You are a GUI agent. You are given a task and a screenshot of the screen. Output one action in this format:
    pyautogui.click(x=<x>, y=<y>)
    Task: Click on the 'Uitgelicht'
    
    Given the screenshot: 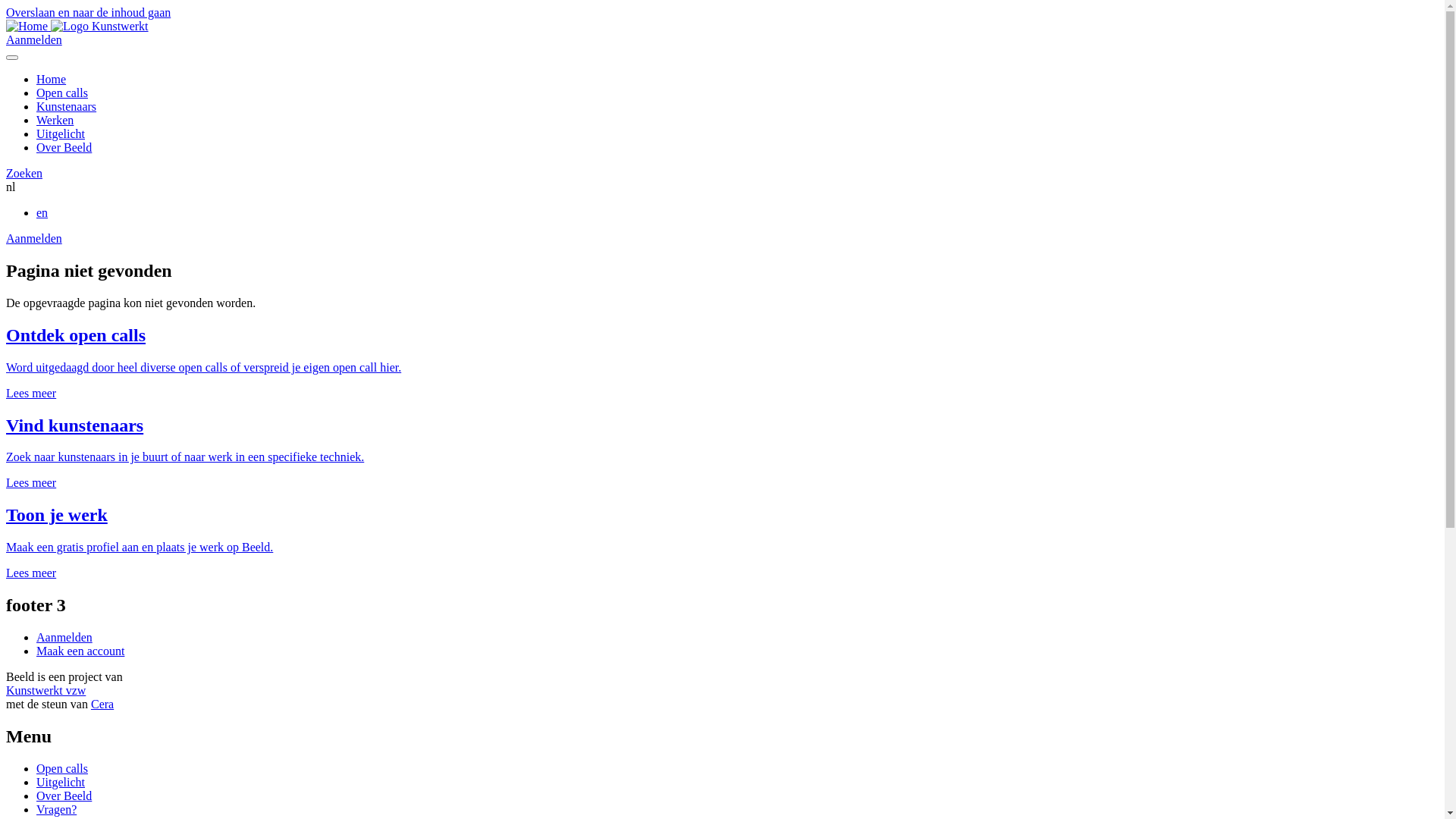 What is the action you would take?
    pyautogui.click(x=61, y=133)
    